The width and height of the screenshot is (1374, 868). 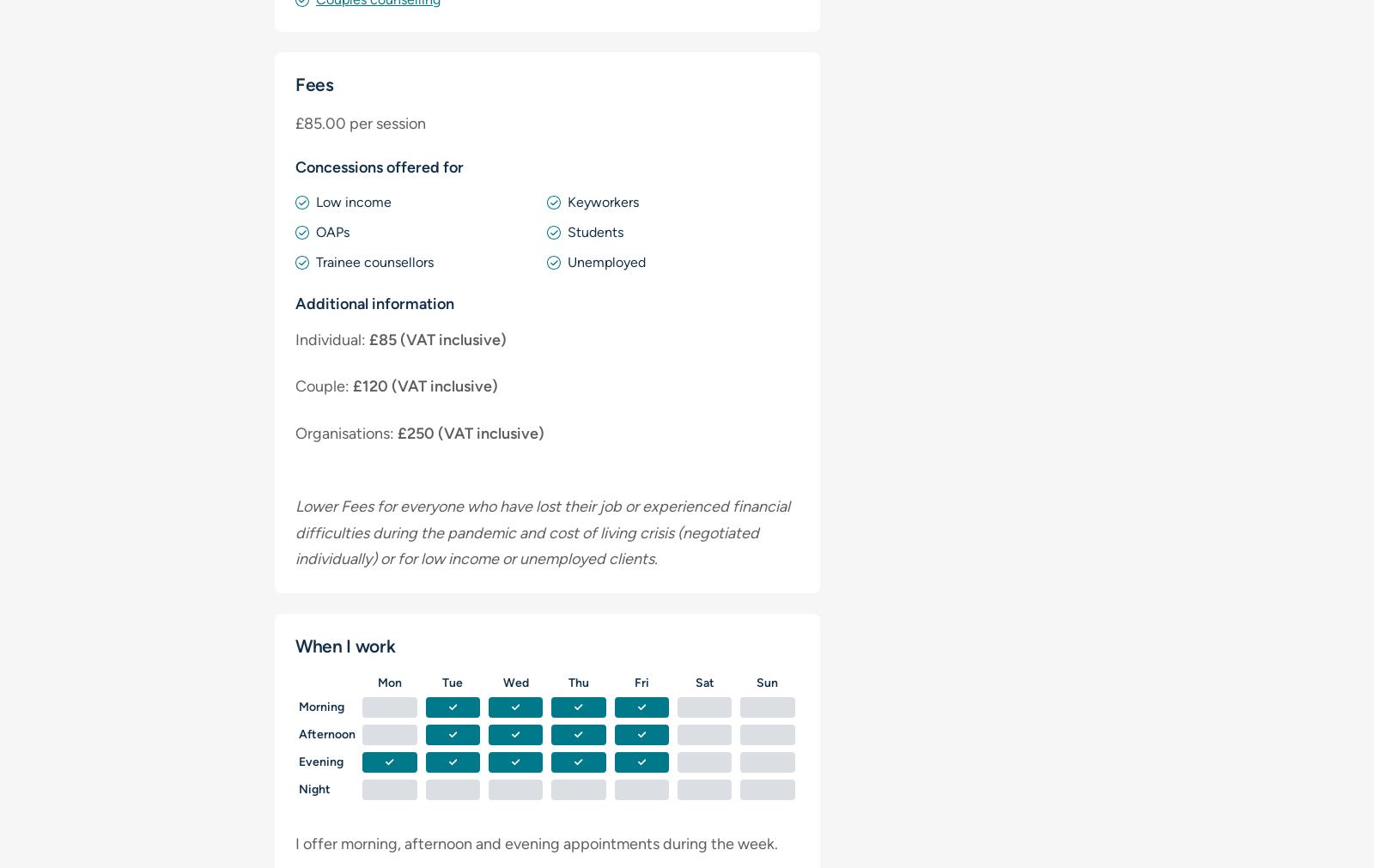 What do you see at coordinates (770, 681) in the screenshot?
I see `'un'` at bounding box center [770, 681].